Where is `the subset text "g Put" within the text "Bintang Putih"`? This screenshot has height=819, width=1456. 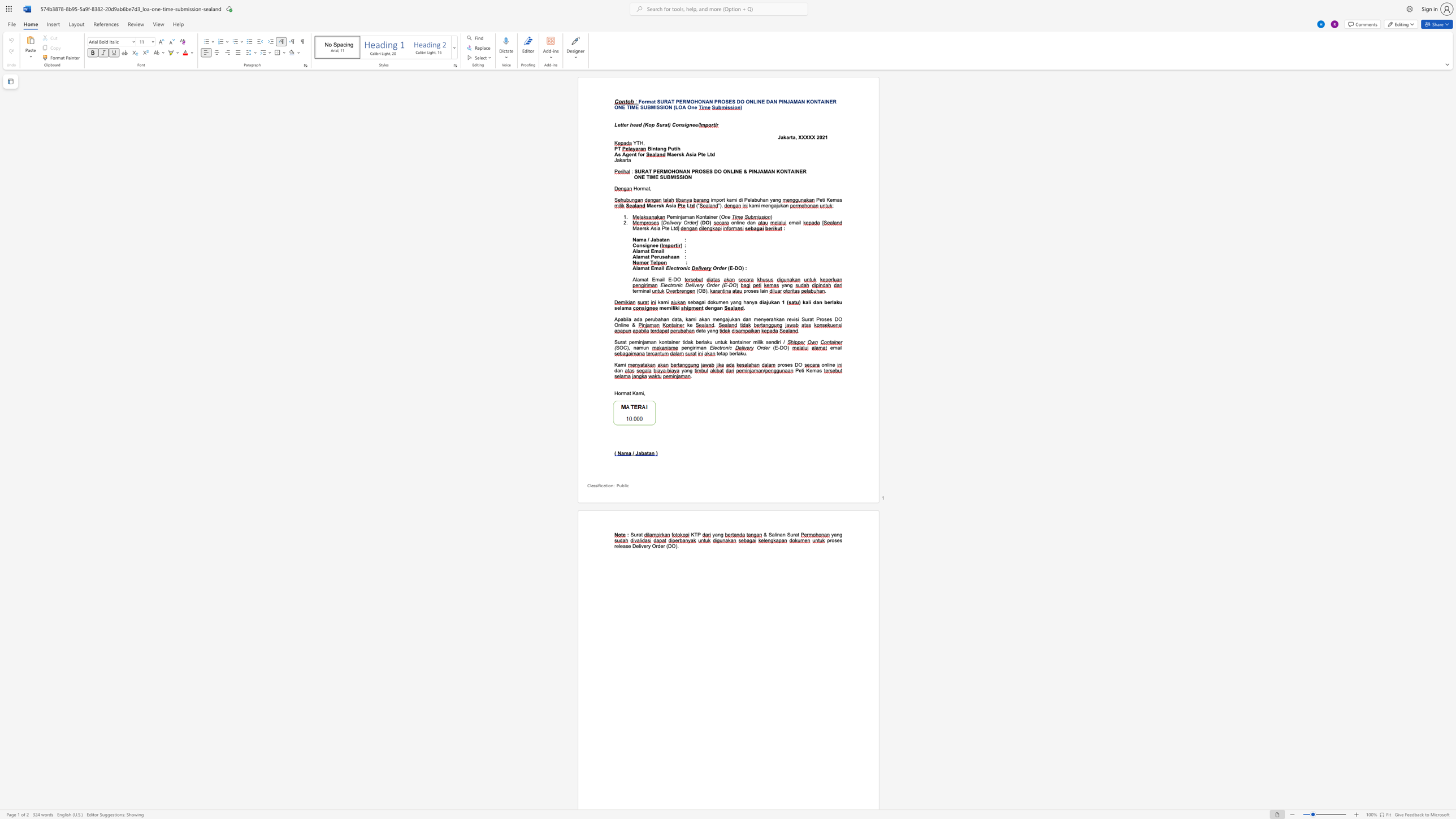
the subset text "g Put" within the text "Bintang Putih" is located at coordinates (662, 149).